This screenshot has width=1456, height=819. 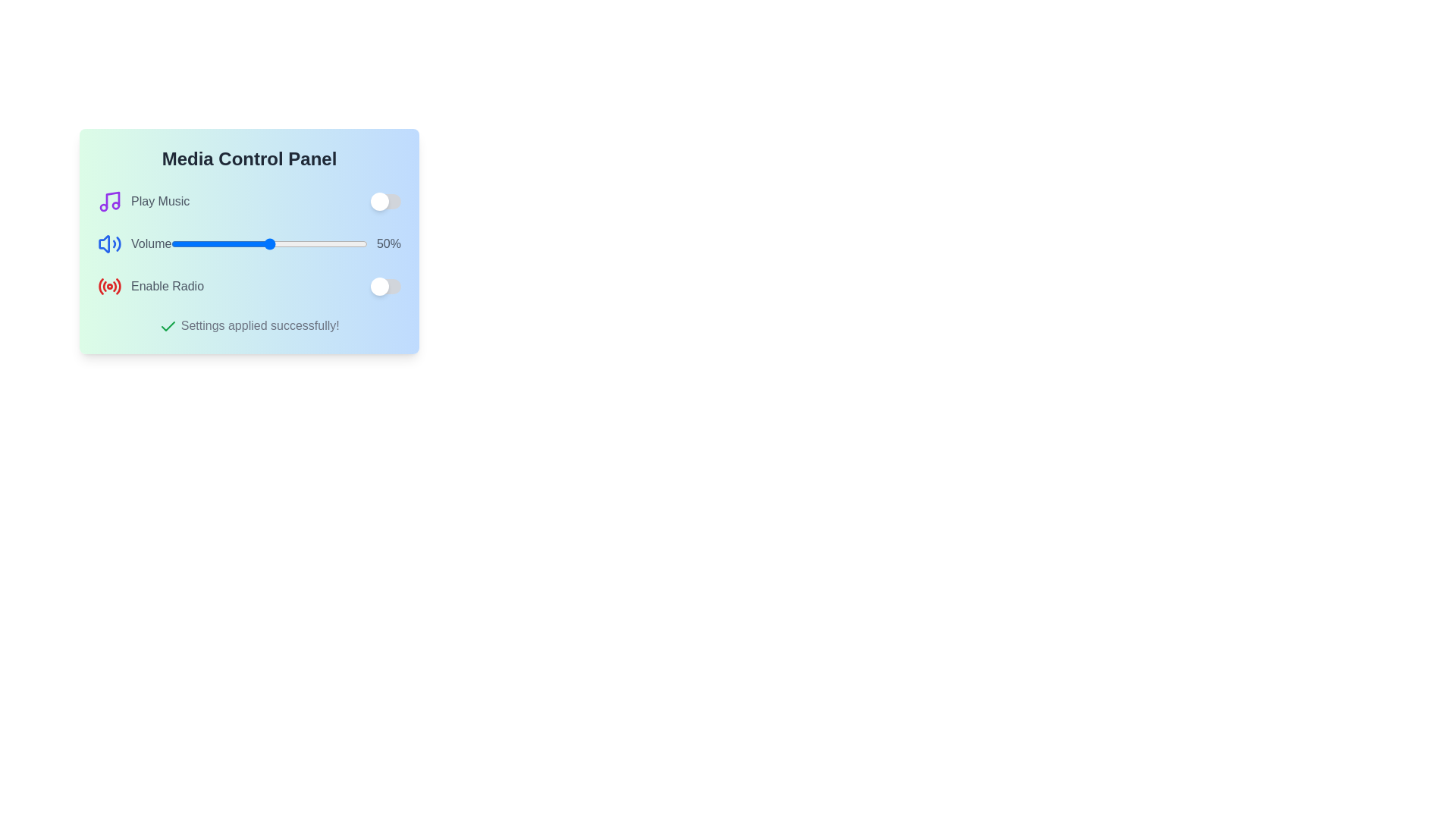 What do you see at coordinates (269, 243) in the screenshot?
I see `the horizontal slider labeled 'Volume' with a blue knob and a percentage value of '50%' for additional context` at bounding box center [269, 243].